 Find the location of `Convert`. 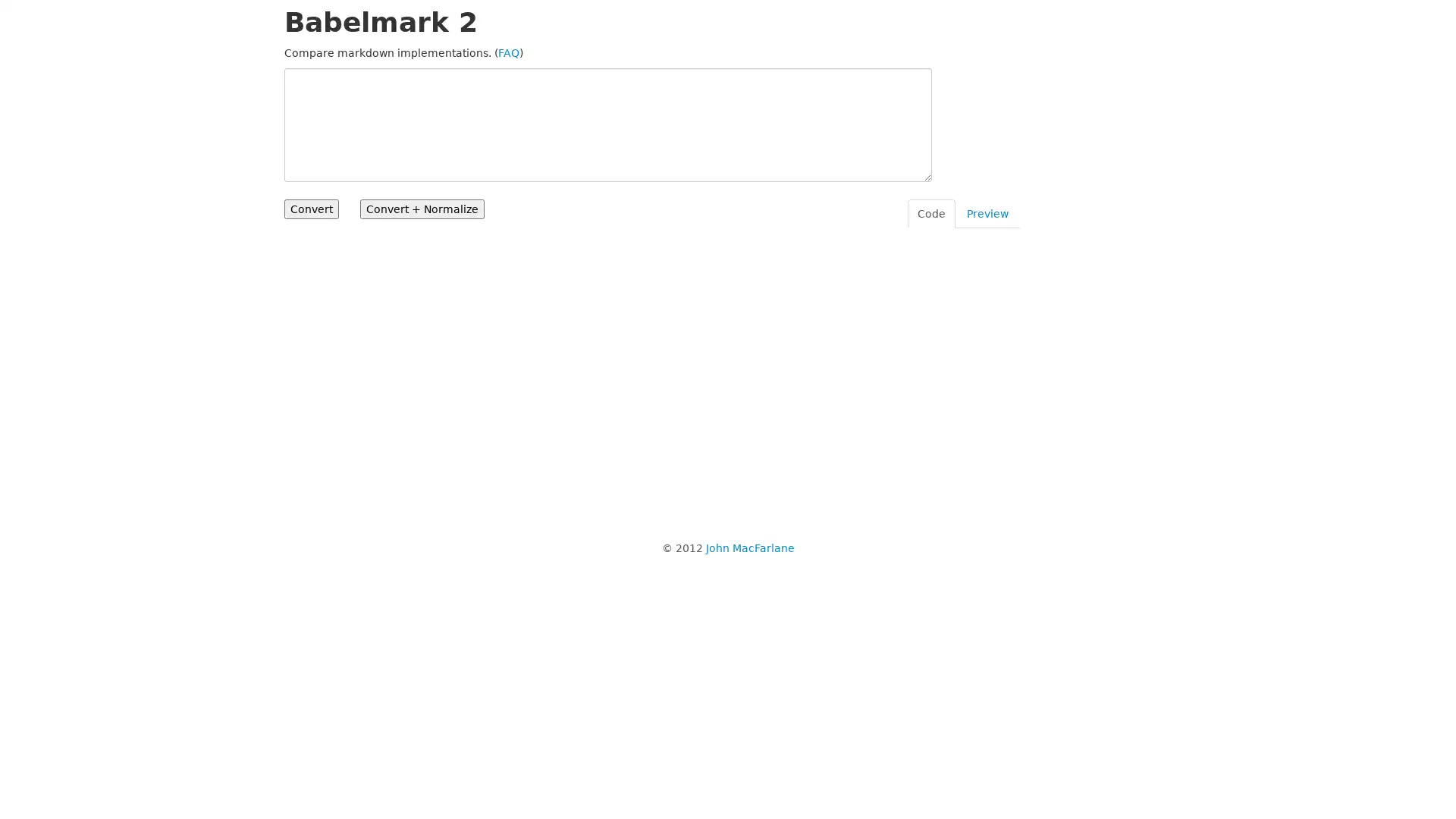

Convert is located at coordinates (311, 209).